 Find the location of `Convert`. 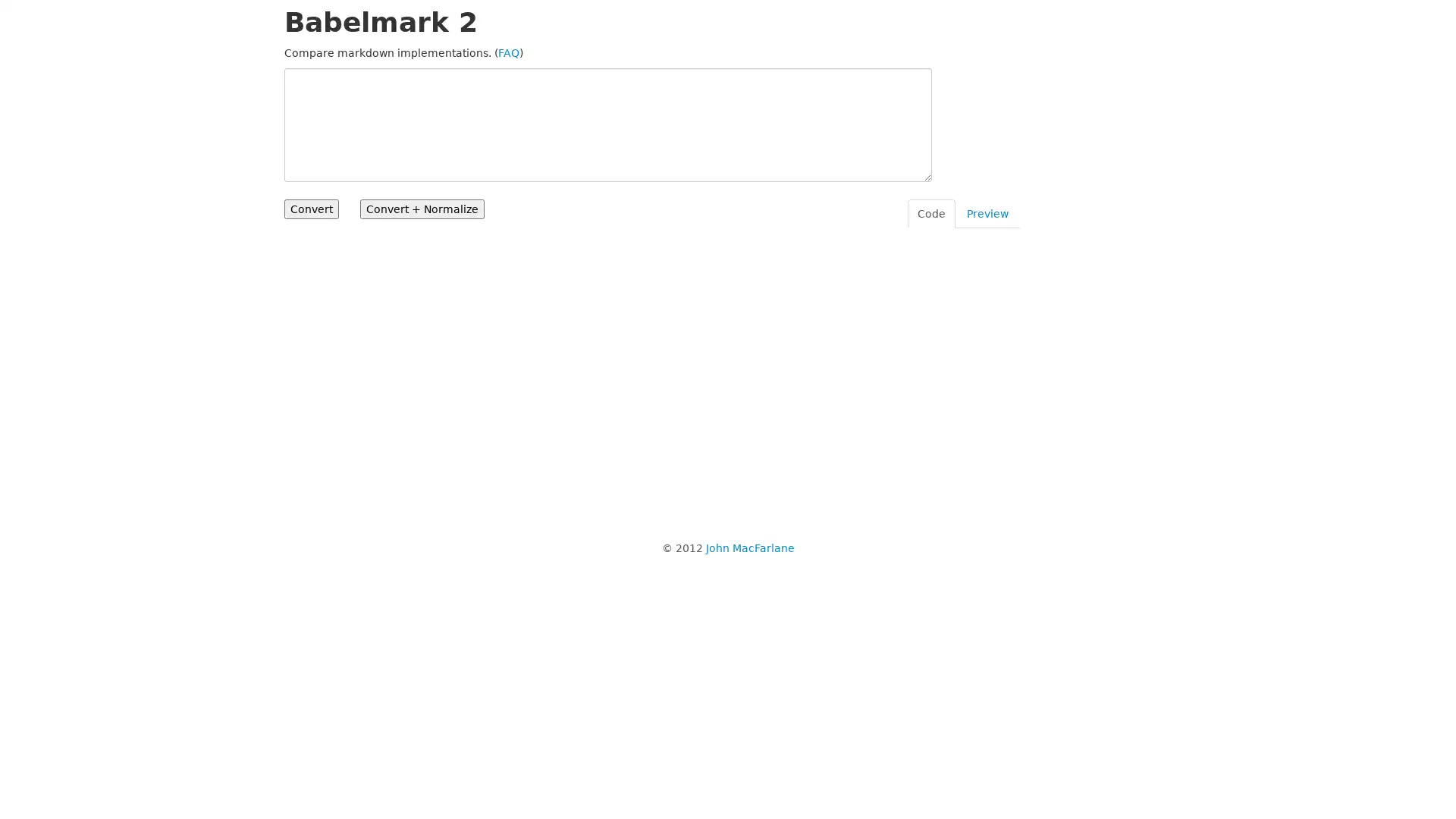

Convert is located at coordinates (311, 209).